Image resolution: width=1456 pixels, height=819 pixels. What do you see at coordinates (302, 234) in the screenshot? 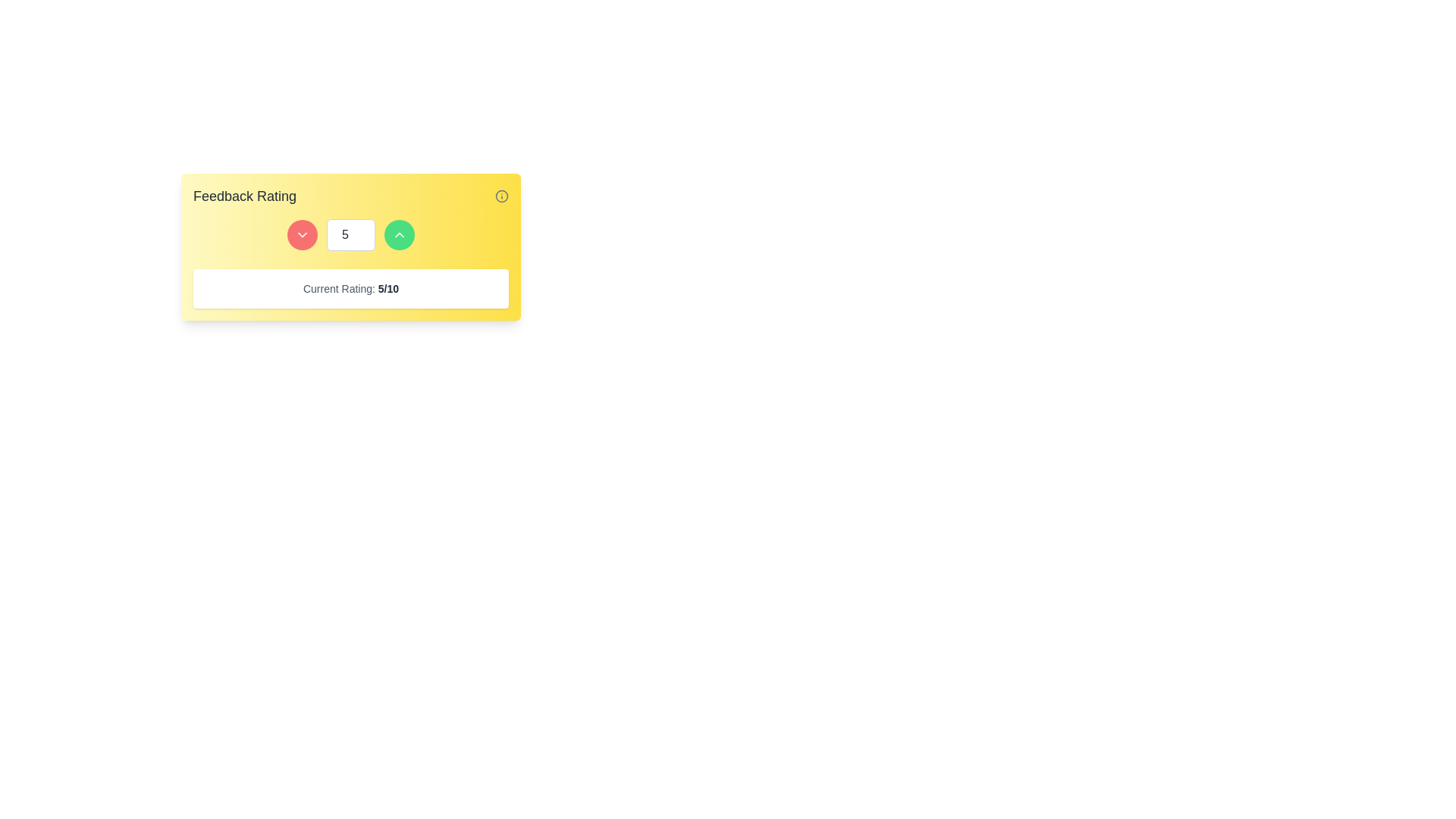
I see `the circular red decrement button with a white downward arrow icon, located to the left of the numeric input field displaying '5', to change its visual style` at bounding box center [302, 234].